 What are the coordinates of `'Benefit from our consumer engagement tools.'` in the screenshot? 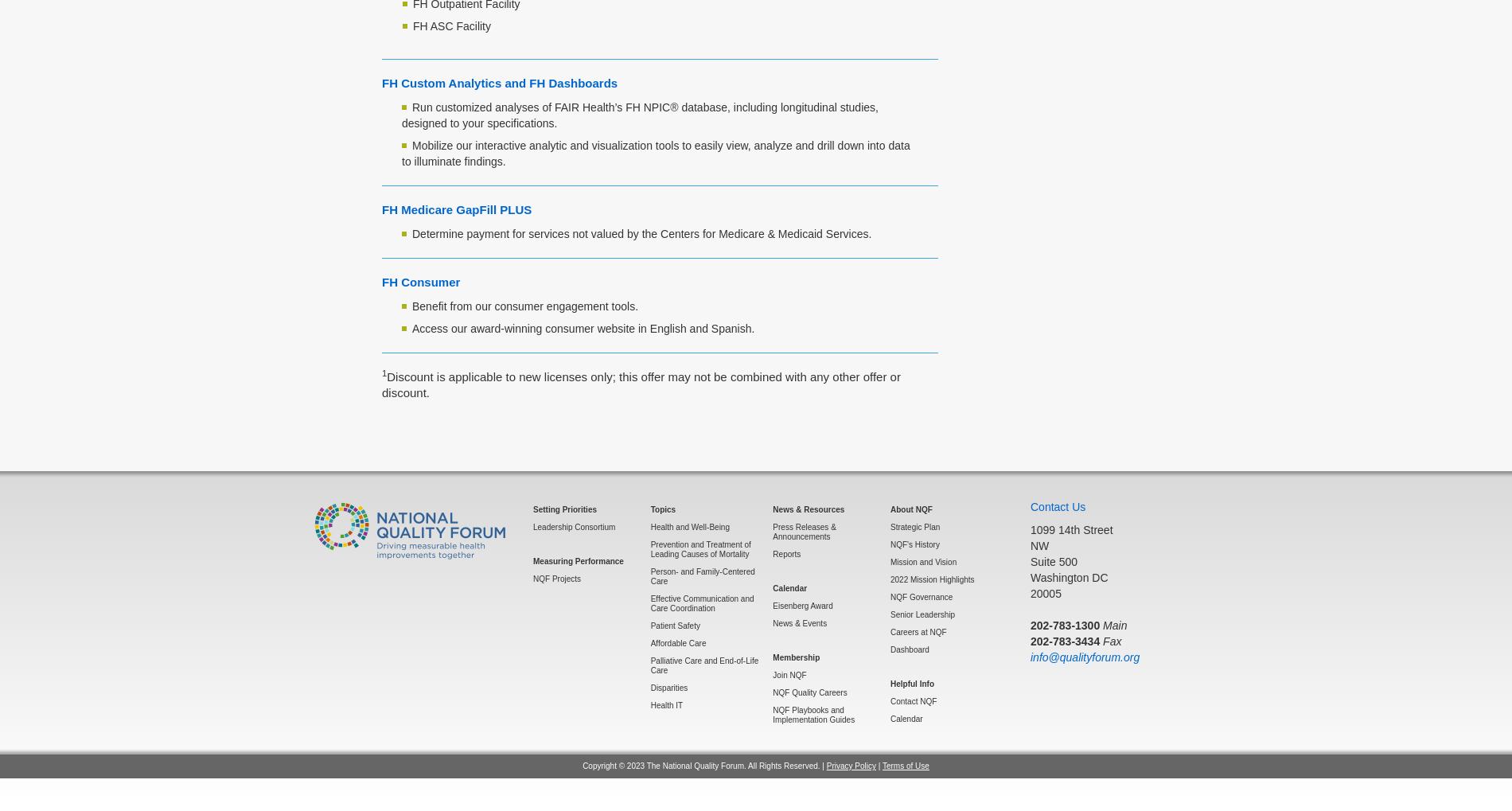 It's located at (525, 305).